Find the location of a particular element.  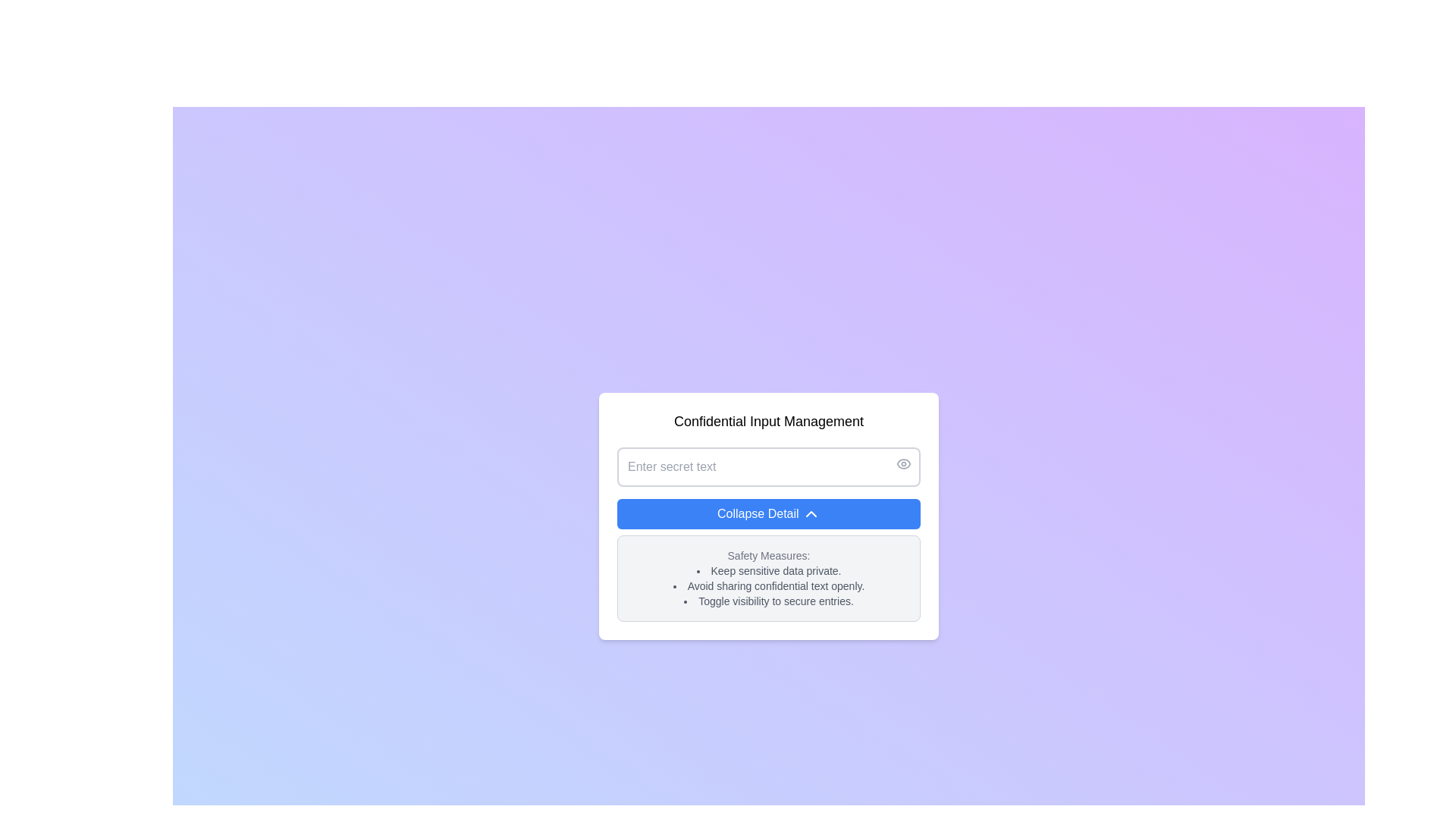

the third Text List Item in the 'Safety Measures' section, which informs users about toggling visibility to secure sensitive data entries is located at coordinates (768, 601).